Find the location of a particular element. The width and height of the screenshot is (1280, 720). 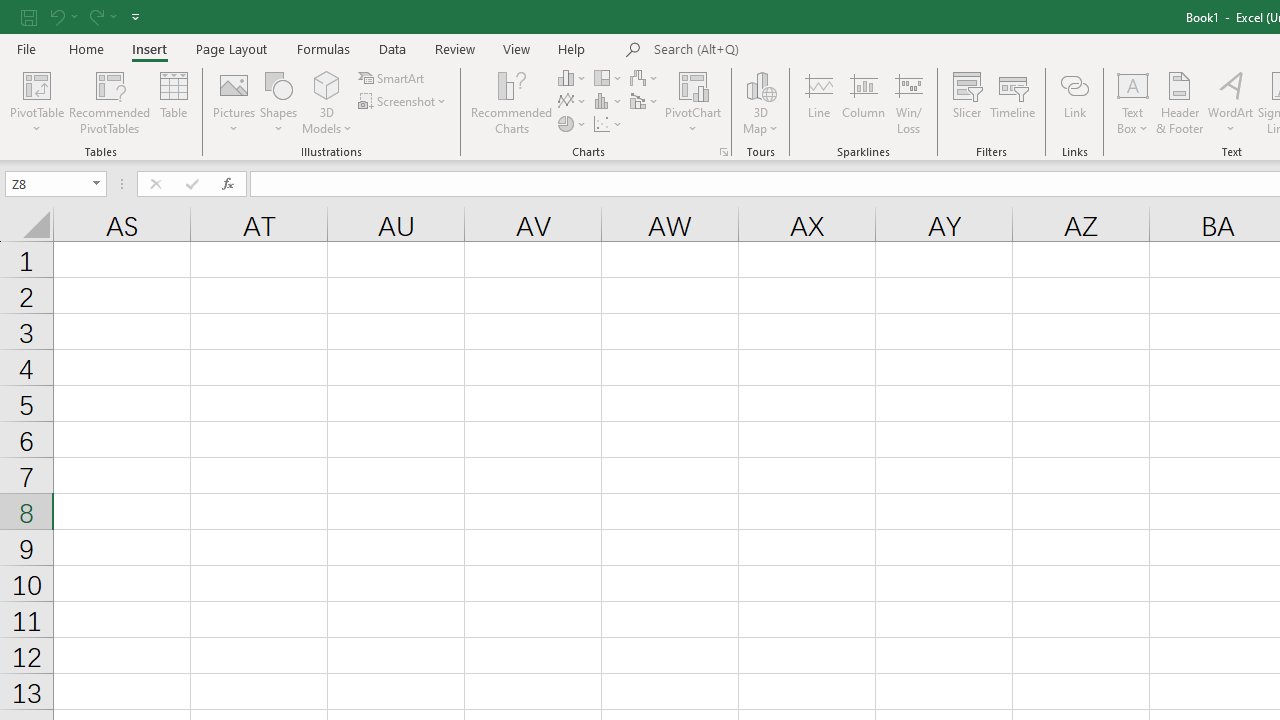

'WordArt' is located at coordinates (1229, 103).